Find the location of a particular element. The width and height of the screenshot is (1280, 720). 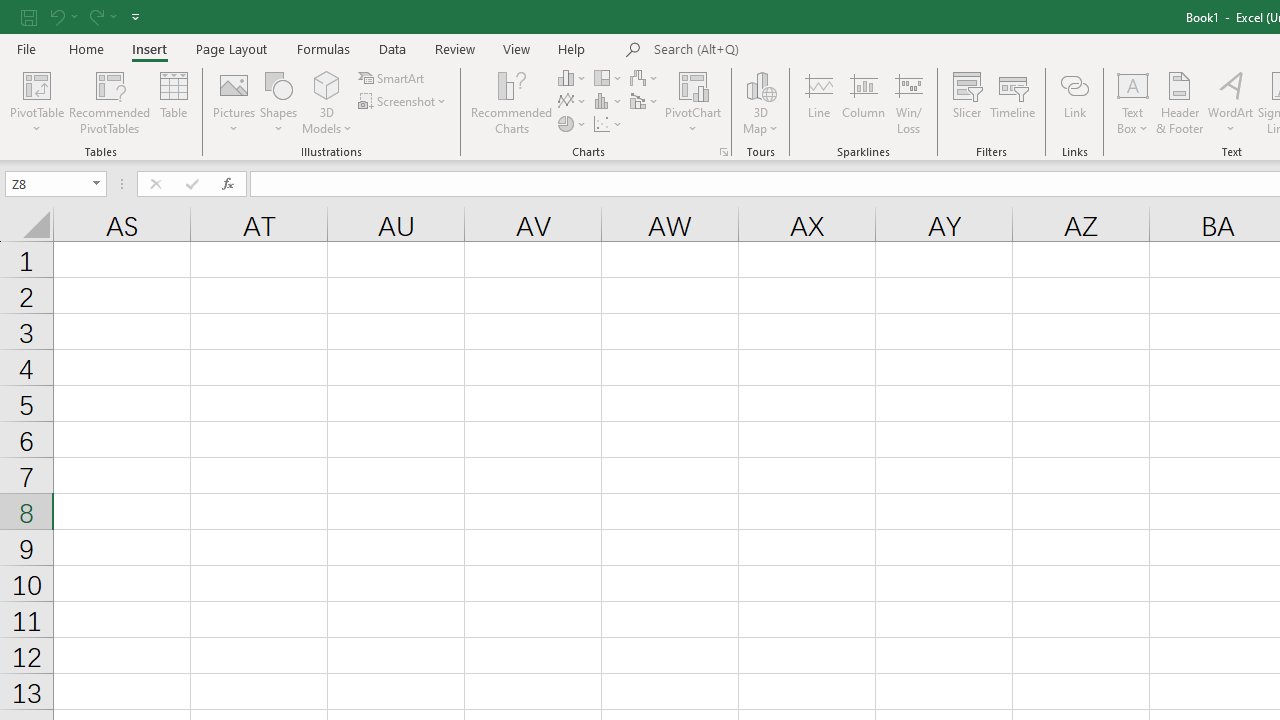

'WordArt' is located at coordinates (1229, 103).